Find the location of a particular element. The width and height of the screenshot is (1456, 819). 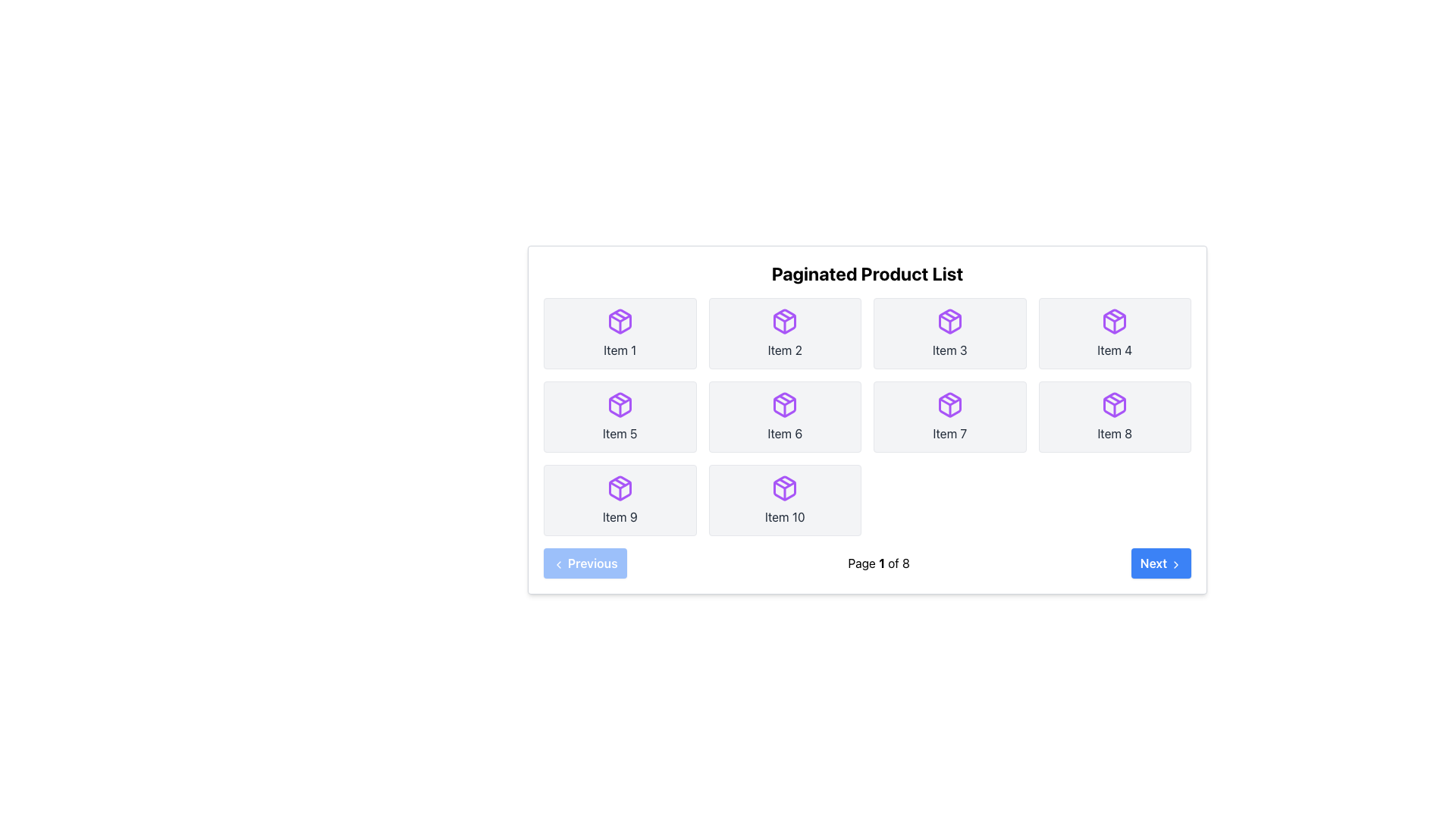

the text label displaying 'Item 2' in the second column of the first row in the grid-based layout of products is located at coordinates (785, 350).